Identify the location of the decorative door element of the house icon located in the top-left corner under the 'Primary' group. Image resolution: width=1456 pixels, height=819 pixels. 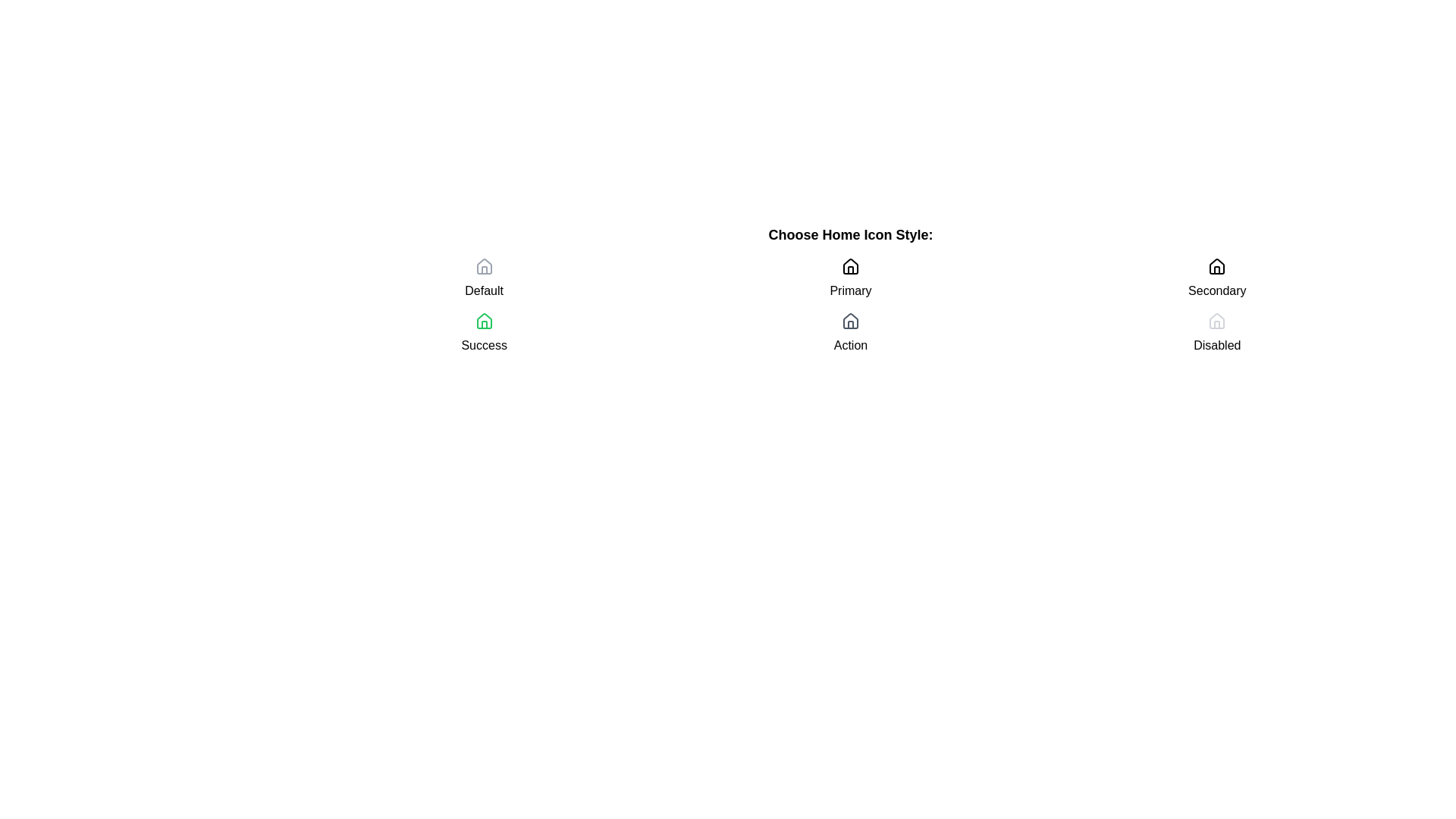
(851, 269).